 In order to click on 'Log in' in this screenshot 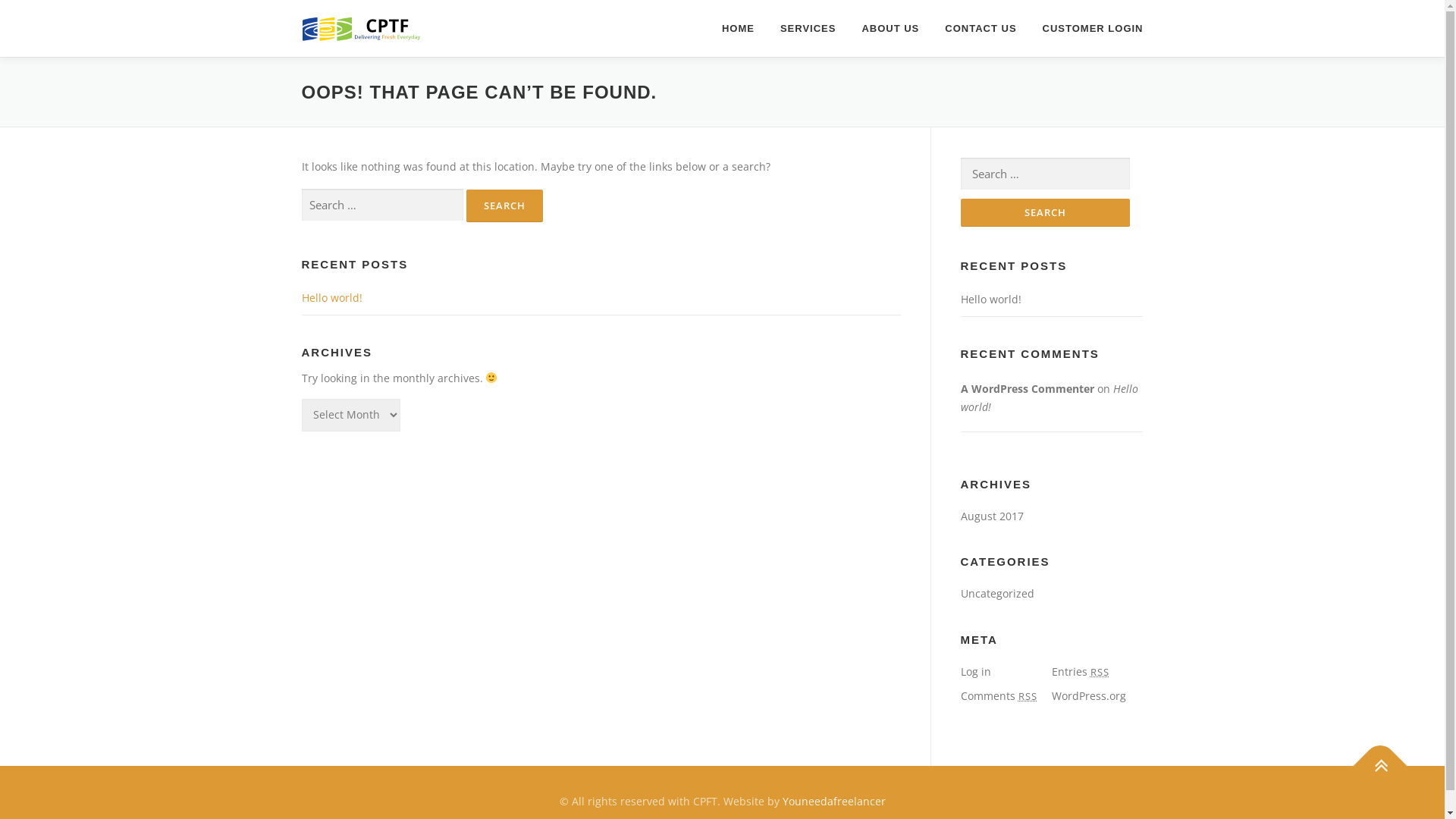, I will do `click(975, 670)`.